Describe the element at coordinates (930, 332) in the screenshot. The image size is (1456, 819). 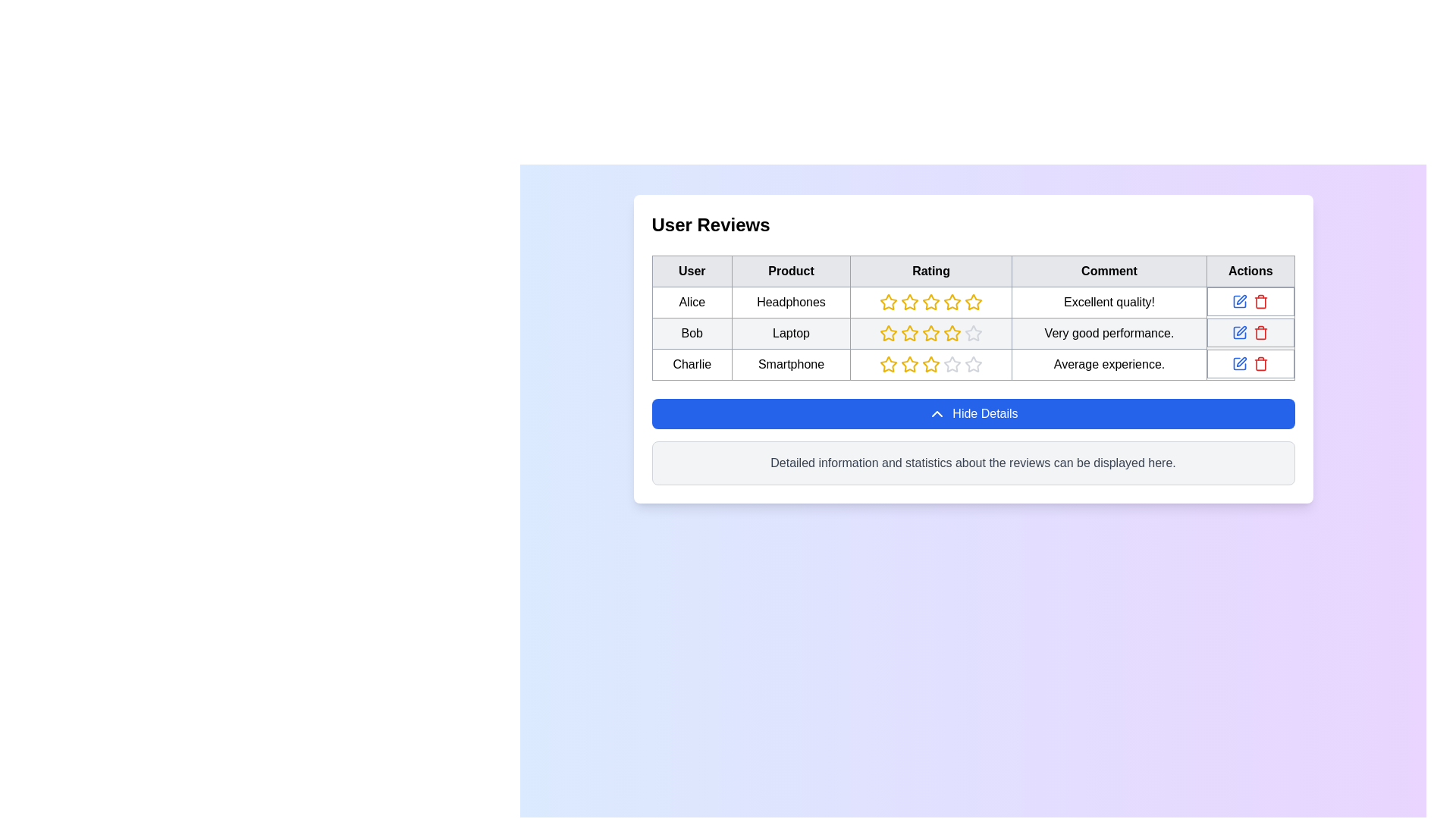
I see `the fifth star icon in the rating system for the product 'Laptop', located in the second row of the 'Rating' column` at that location.